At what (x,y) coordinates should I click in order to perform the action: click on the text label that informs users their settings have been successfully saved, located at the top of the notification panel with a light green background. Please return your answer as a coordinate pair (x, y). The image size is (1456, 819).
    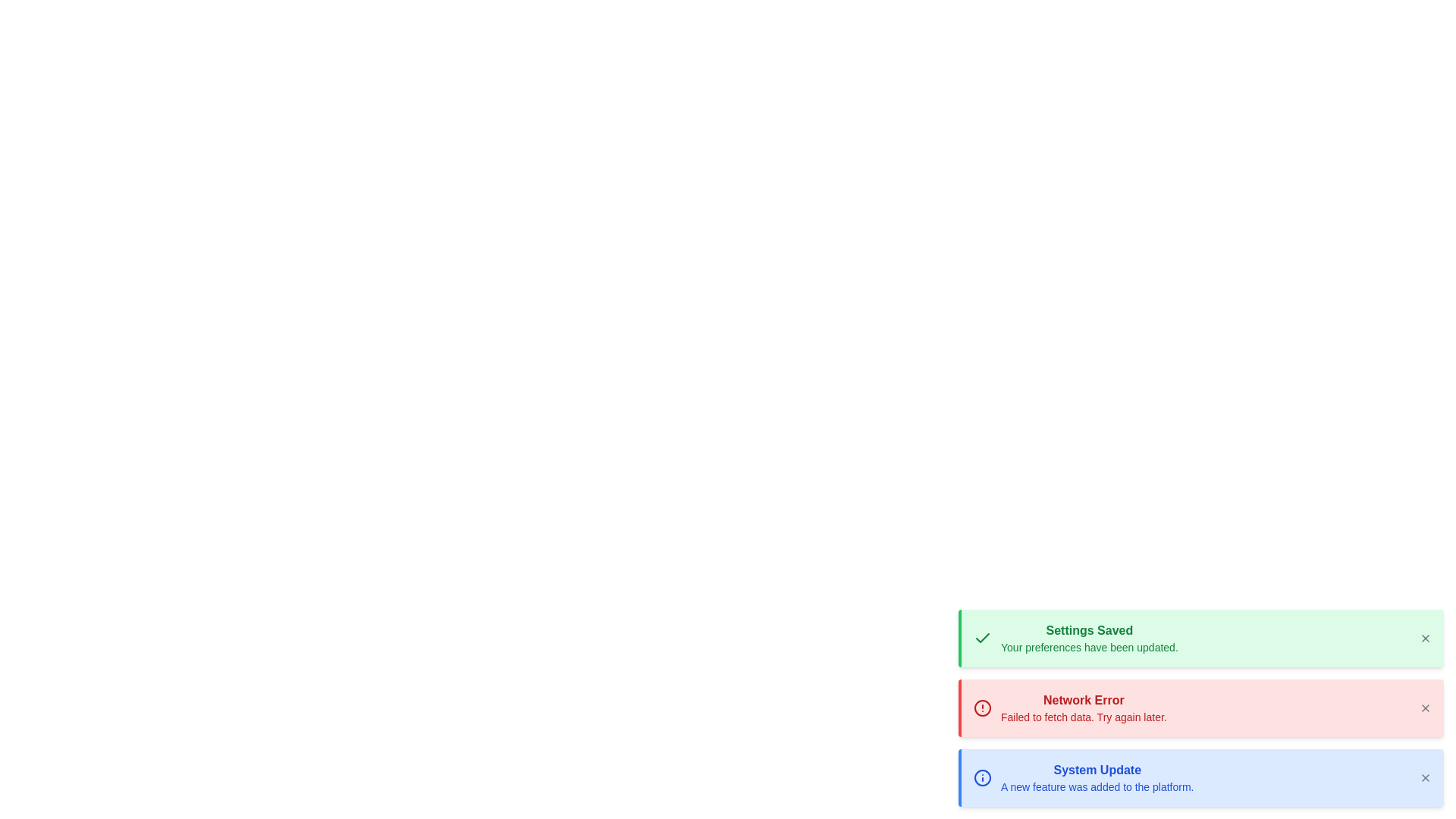
    Looking at the image, I should click on (1088, 631).